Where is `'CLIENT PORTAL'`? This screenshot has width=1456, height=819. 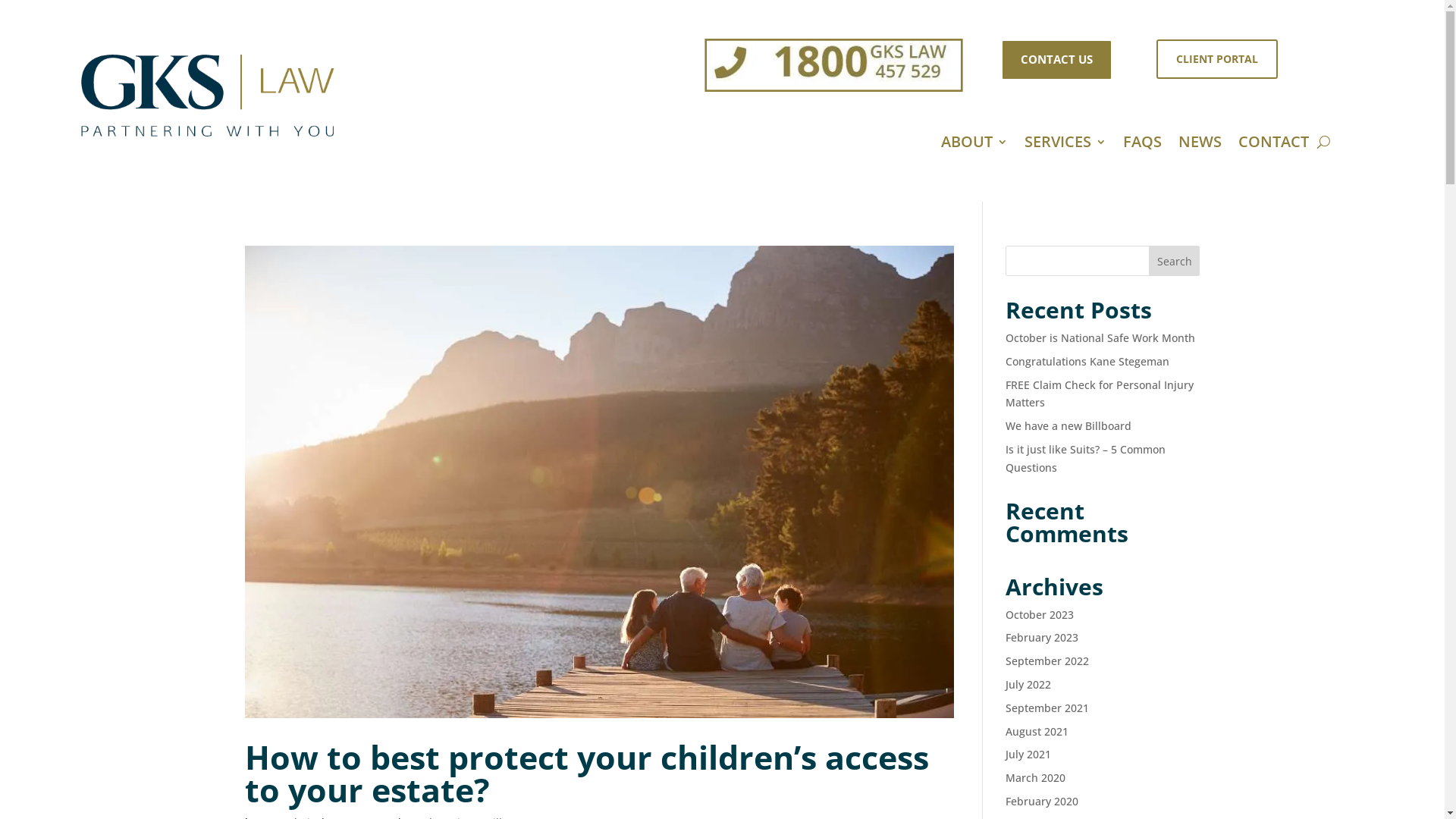 'CLIENT PORTAL' is located at coordinates (1216, 58).